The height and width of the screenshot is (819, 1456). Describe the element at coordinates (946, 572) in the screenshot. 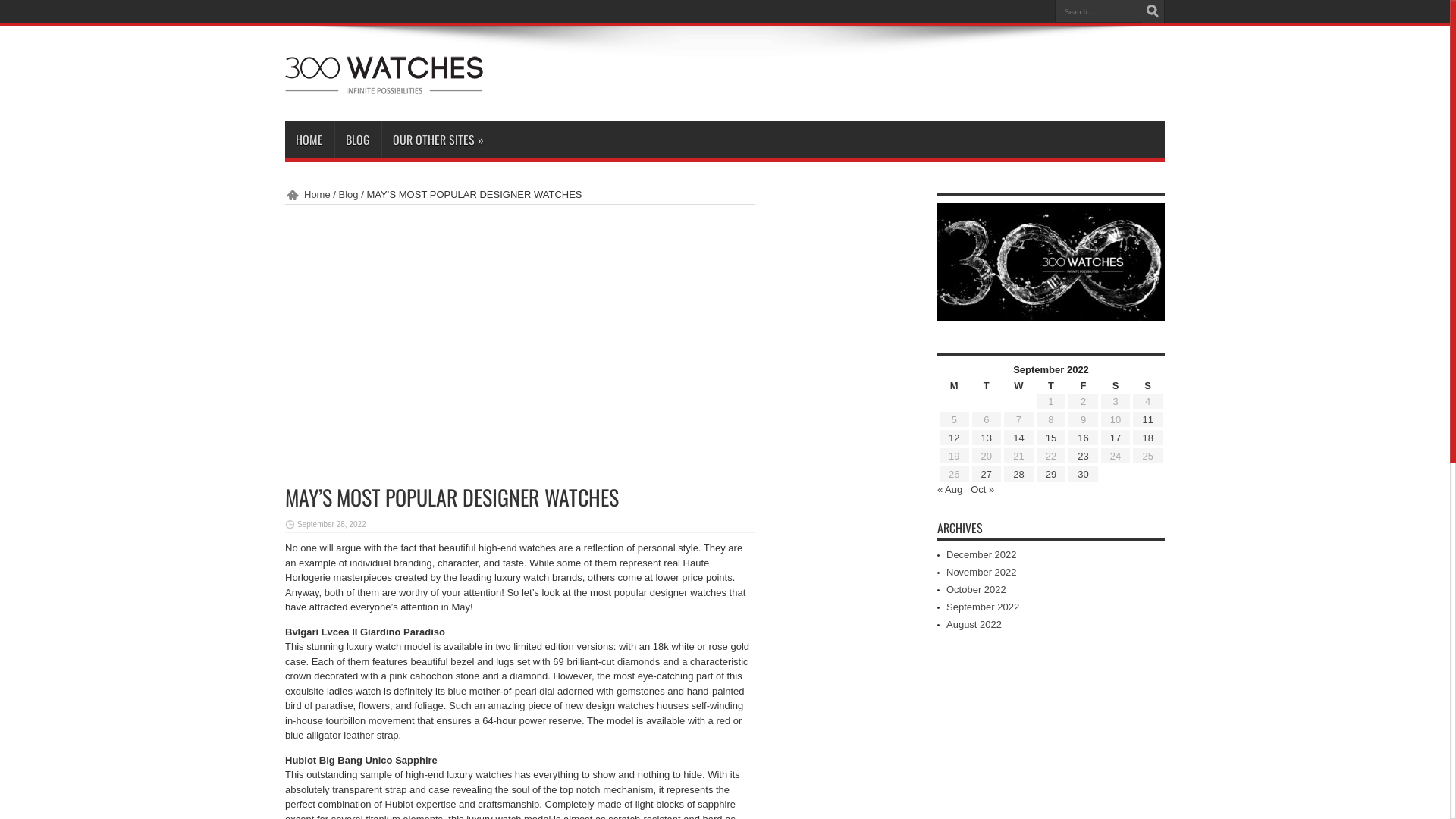

I see `'November 2022'` at that location.